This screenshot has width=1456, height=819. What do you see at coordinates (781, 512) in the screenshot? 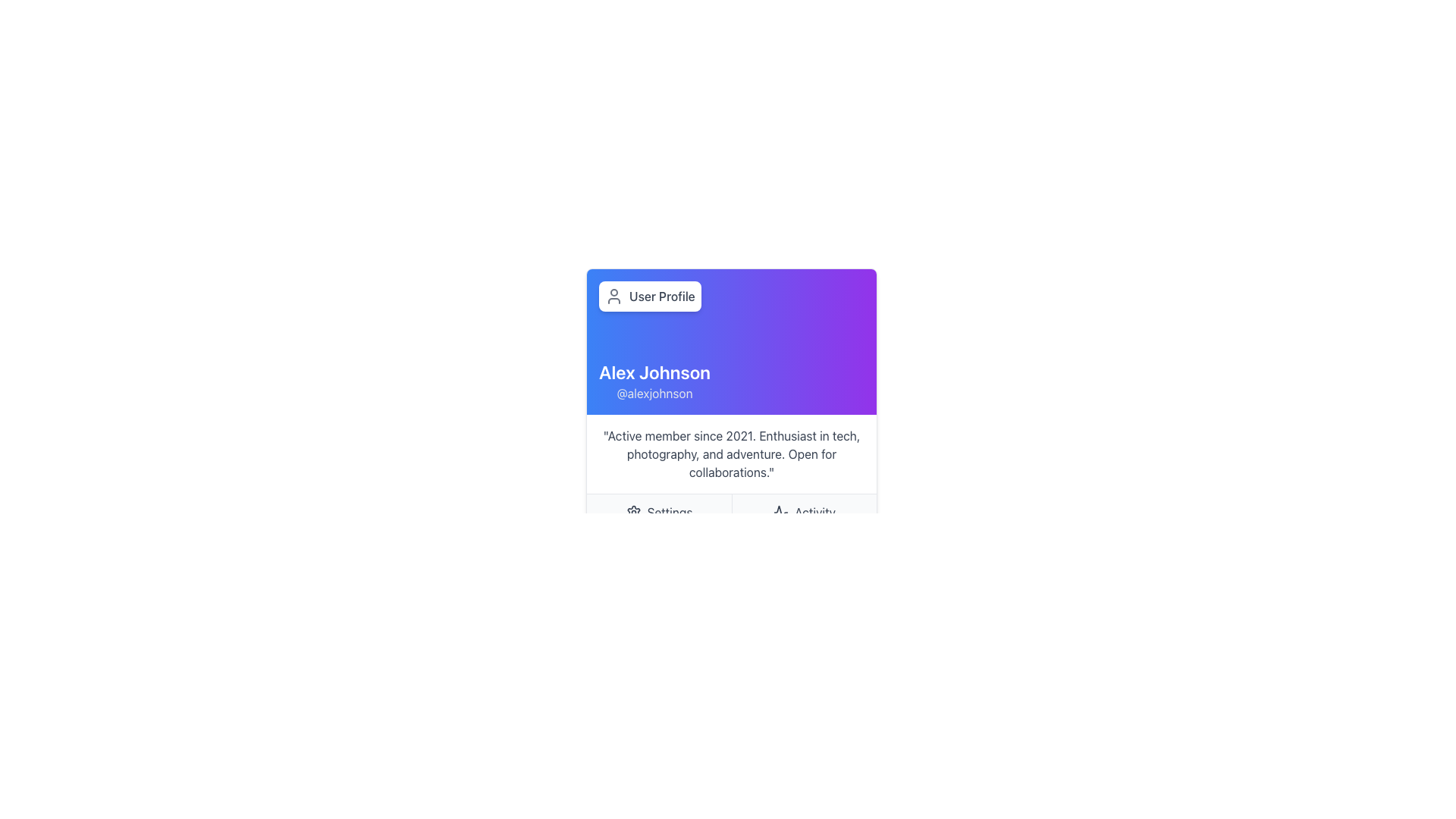
I see `the appearance of the 'Activity' icon located to the left of the text within the menu item` at bounding box center [781, 512].